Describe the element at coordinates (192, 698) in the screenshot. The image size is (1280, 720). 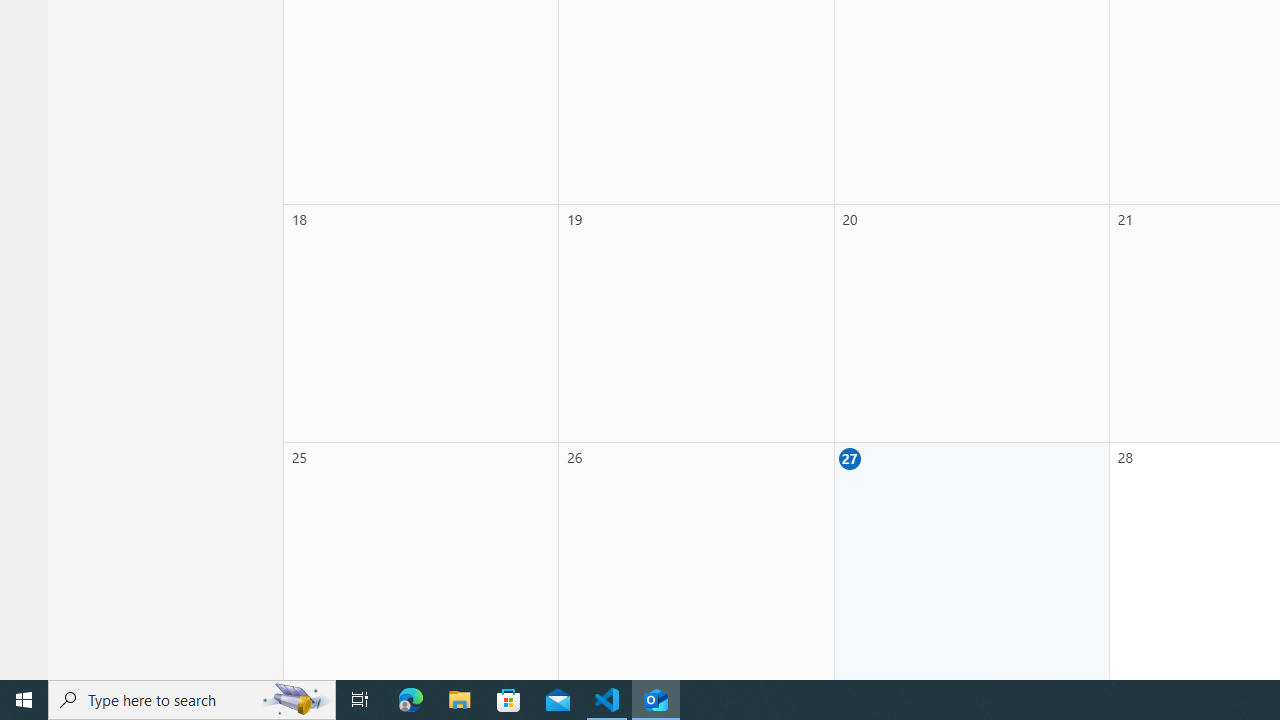
I see `'Type here to search'` at that location.